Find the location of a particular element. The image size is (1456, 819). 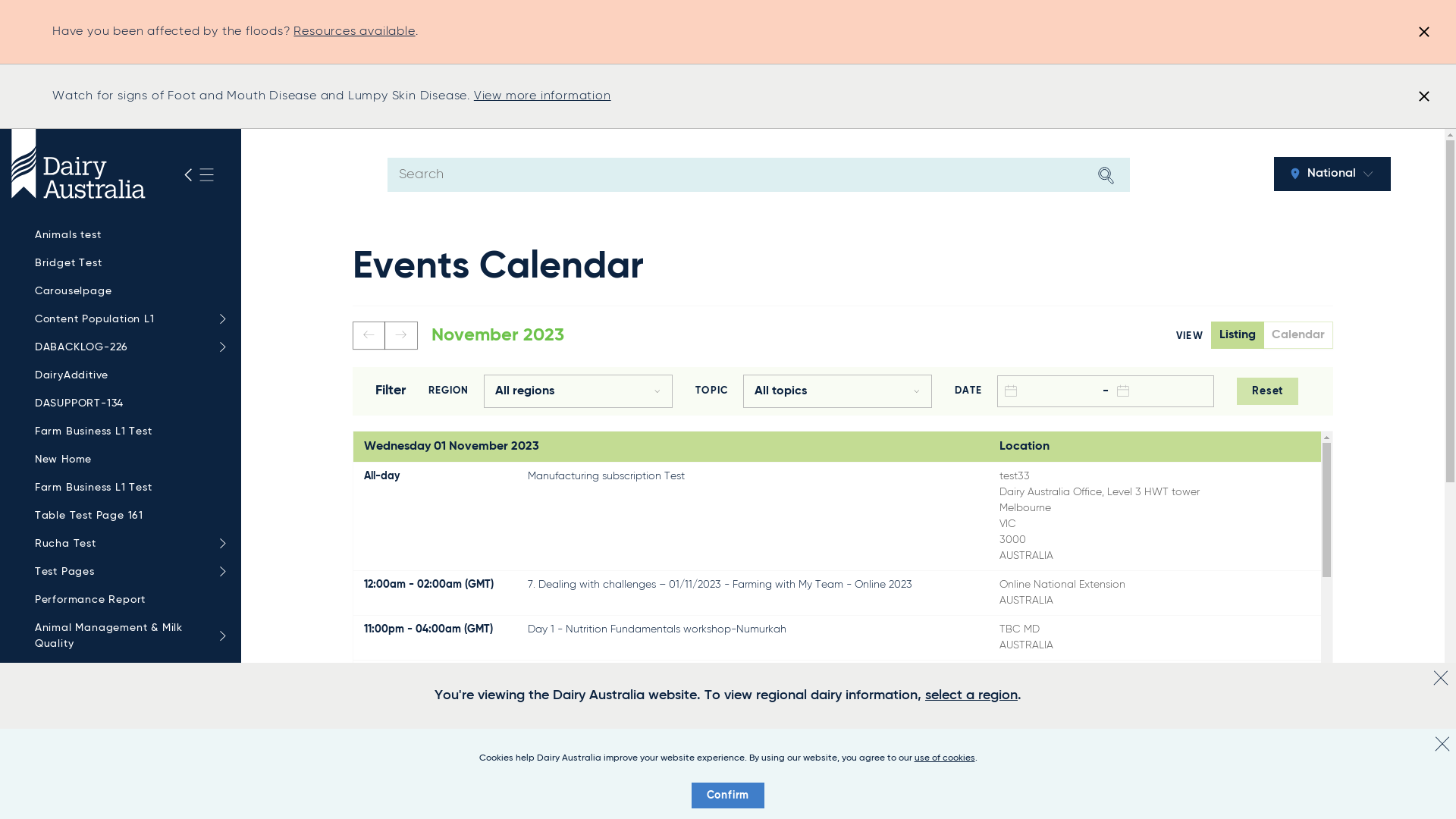

'Animals test' is located at coordinates (127, 235).